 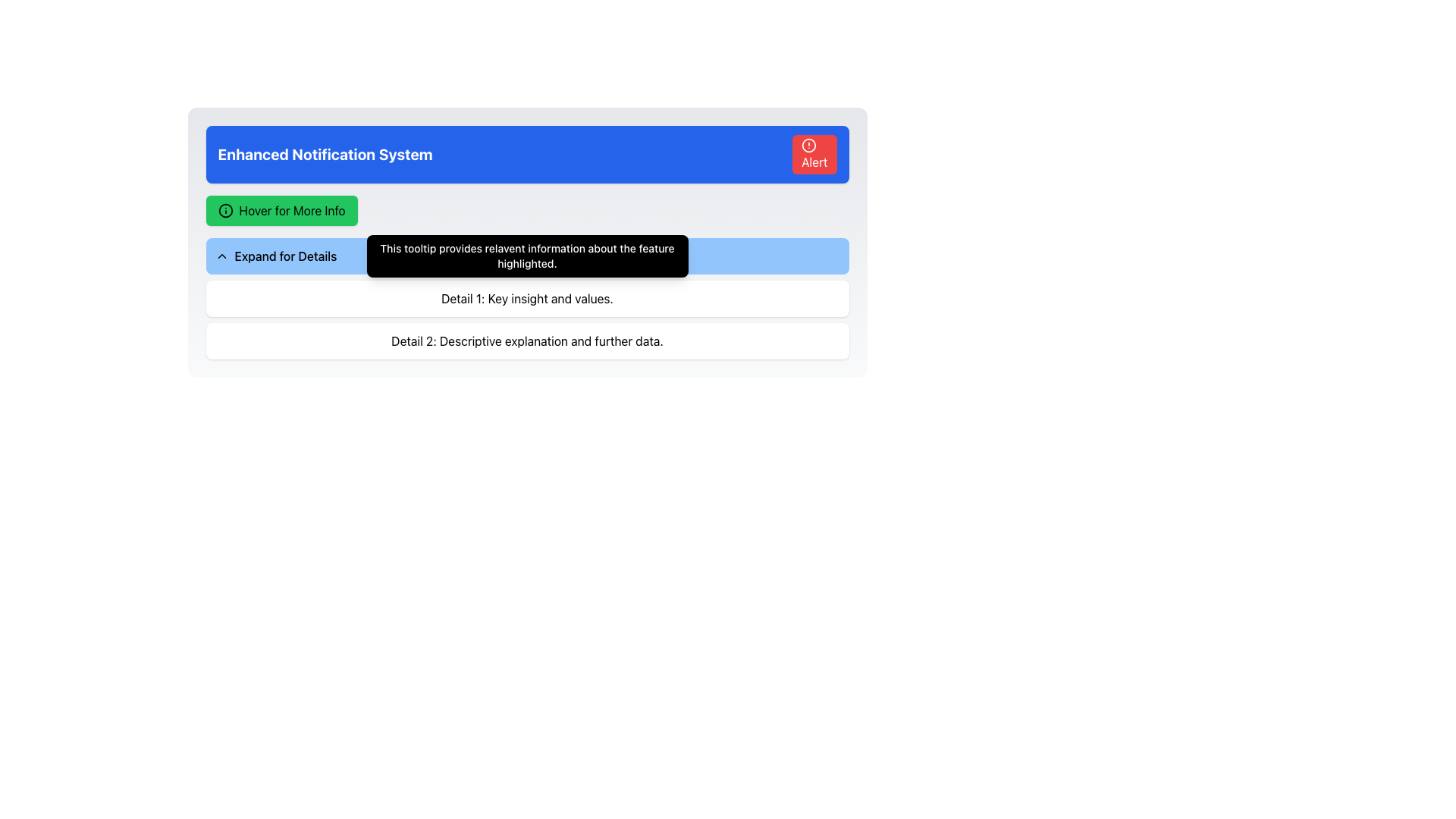 I want to click on the alert icon located within the red 'Alert' button at the top-right corner of the interface, which is part of a blue header panel, so click(x=808, y=146).